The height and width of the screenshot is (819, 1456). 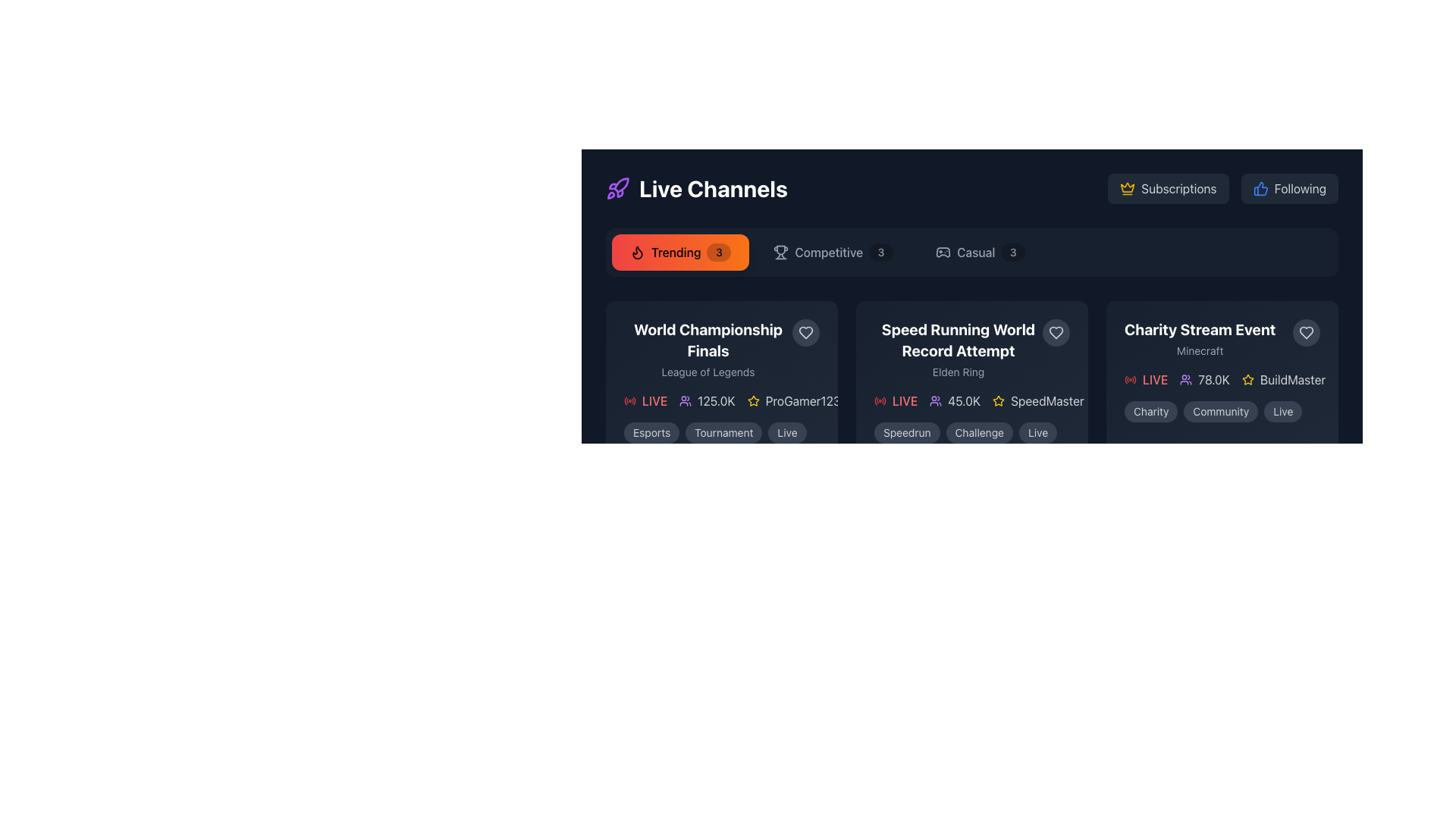 I want to click on the 'Trending' Navigation Button with a flame-shaped icon, which is the first button in the 'Live Channels' navigation bar, so click(x=679, y=251).